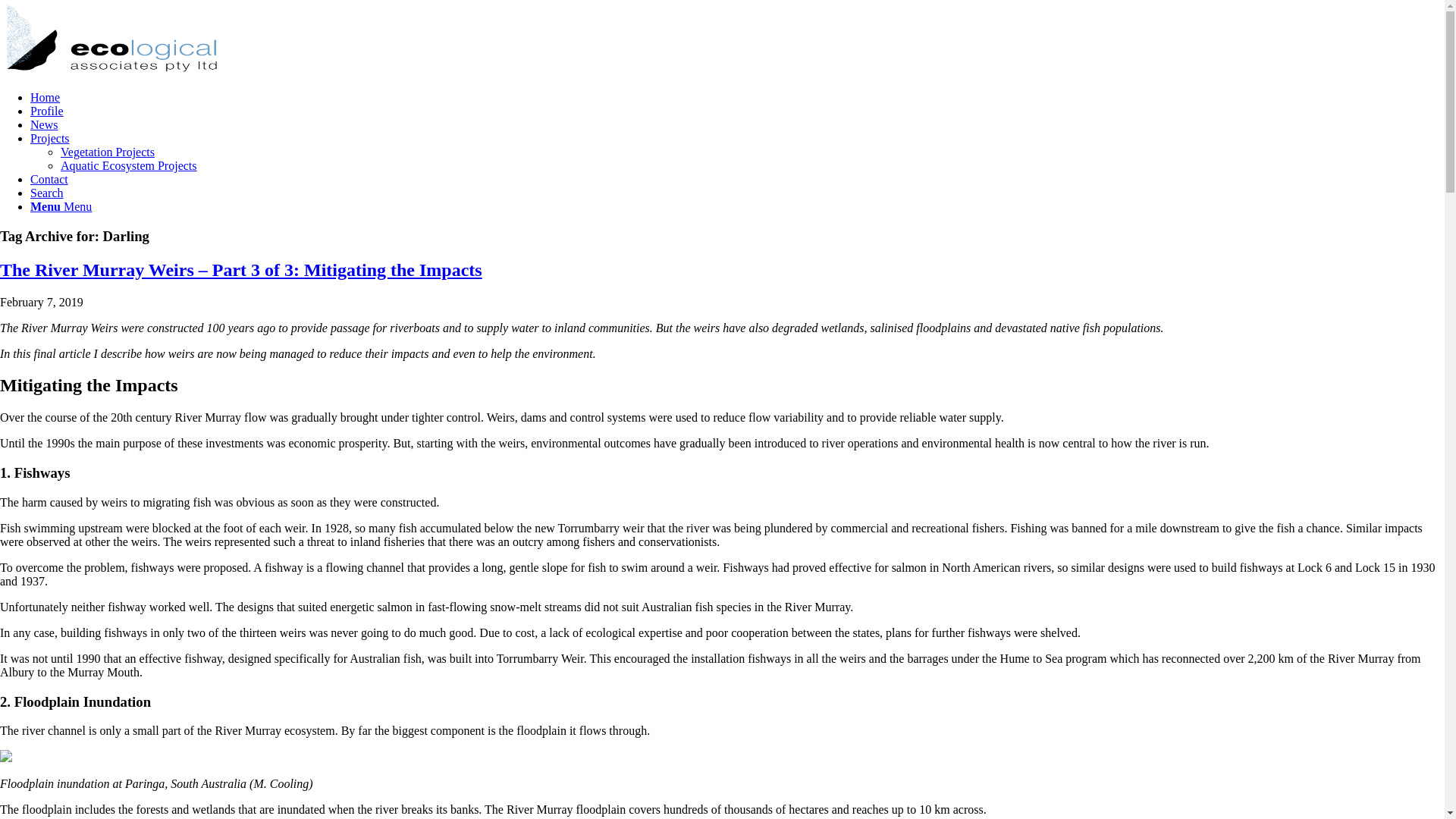 This screenshot has height=819, width=1456. What do you see at coordinates (61, 206) in the screenshot?
I see `'Menu Menu'` at bounding box center [61, 206].